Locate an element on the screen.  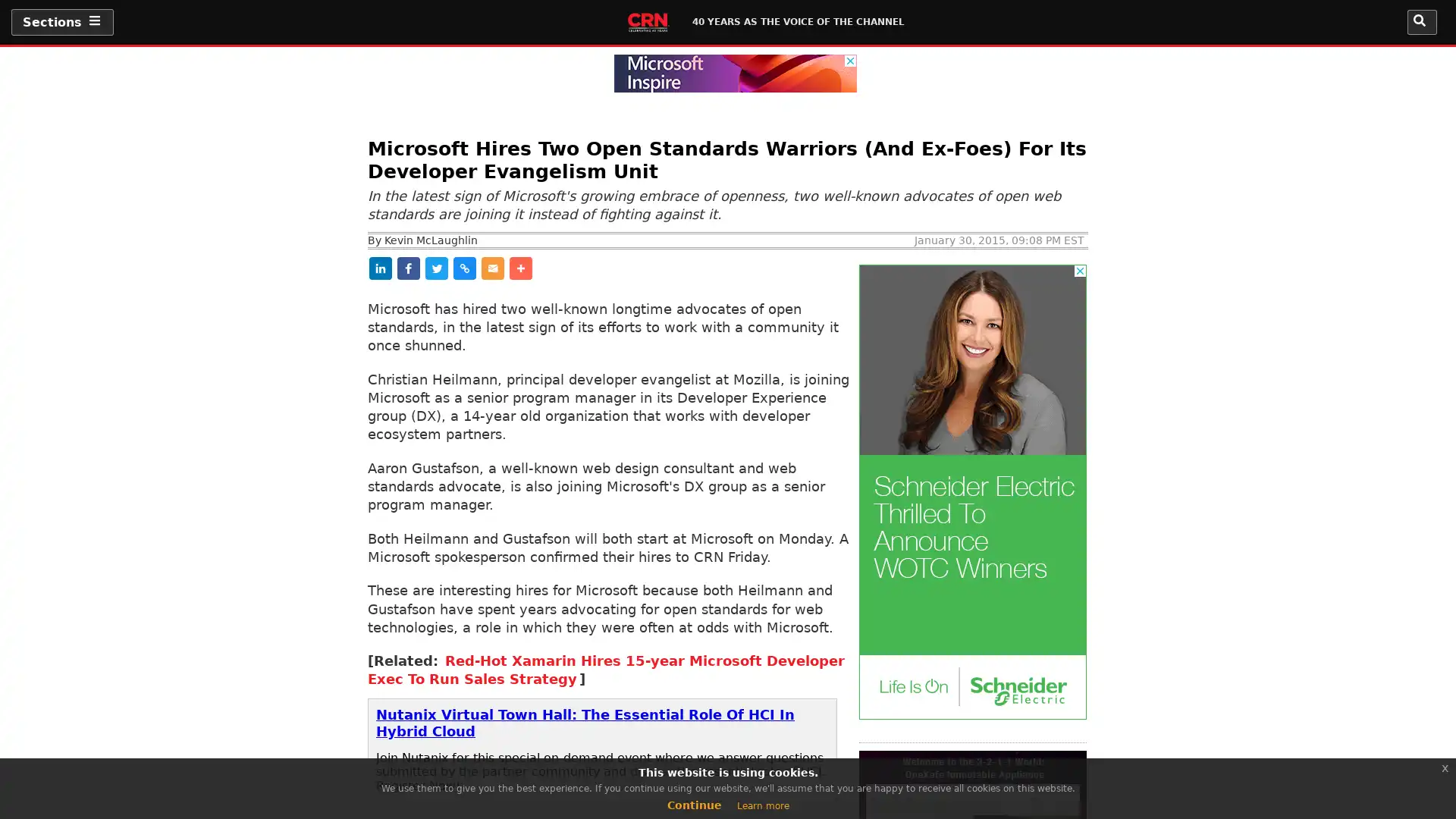
Share to More More is located at coordinates (780, 267).